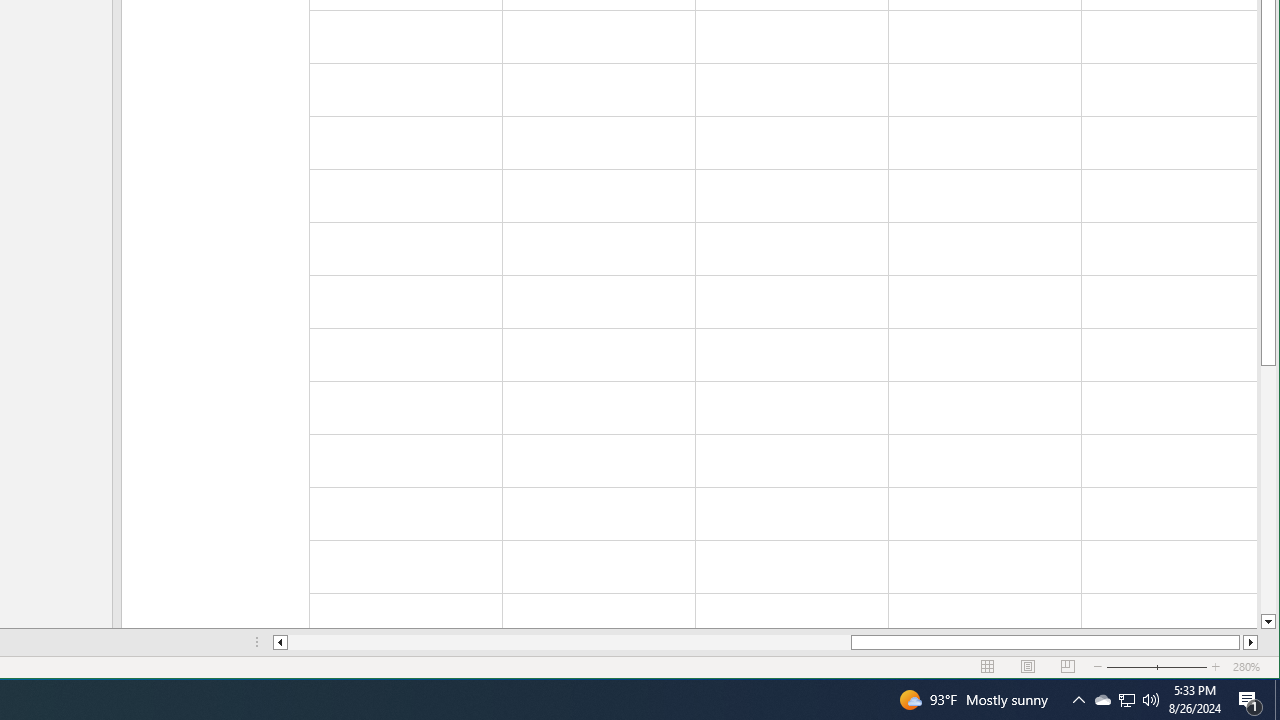 The width and height of the screenshot is (1280, 720). I want to click on 'Notification Chevron', so click(1078, 698).